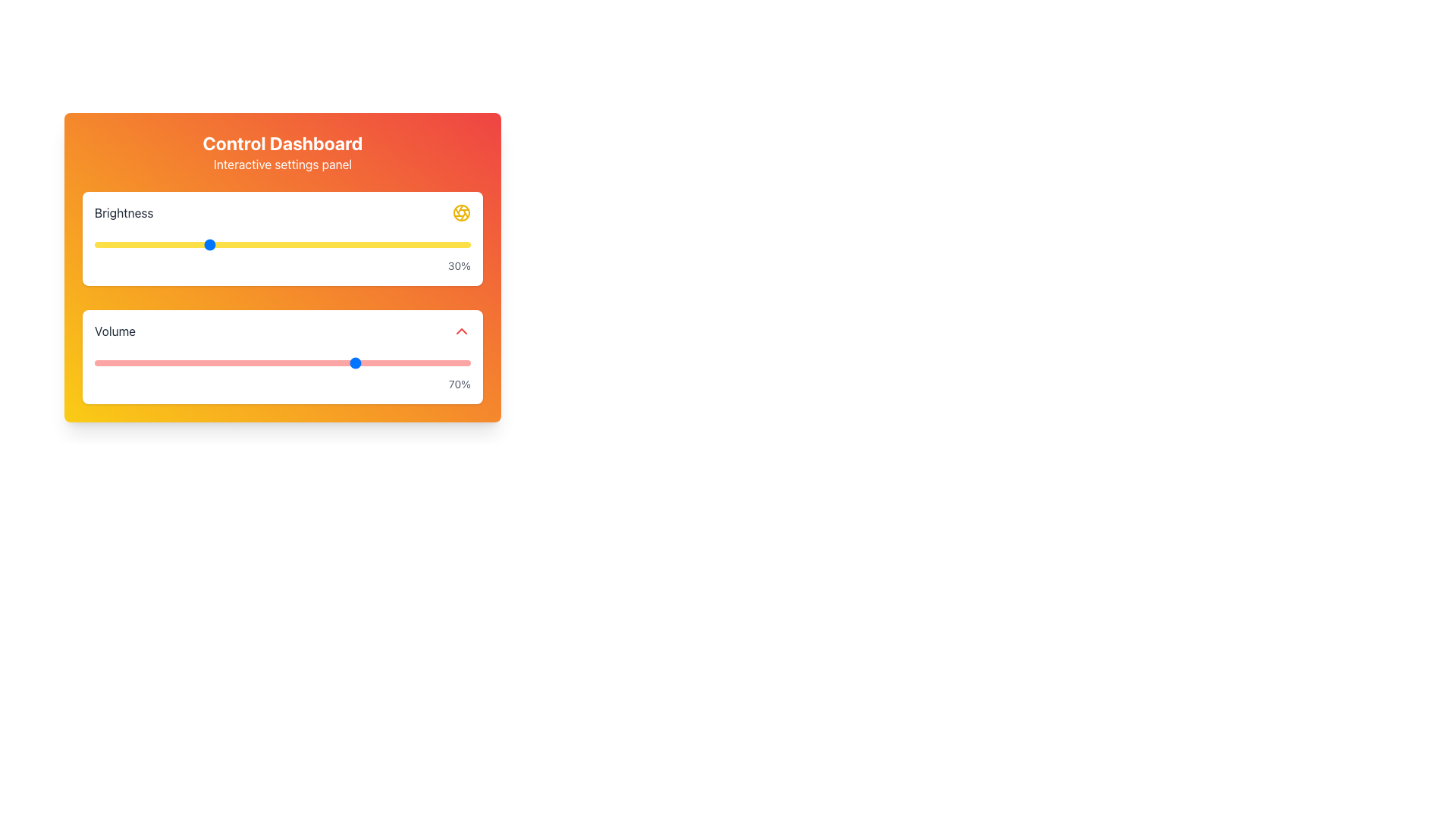  What do you see at coordinates (124, 362) in the screenshot?
I see `the volume slider` at bounding box center [124, 362].